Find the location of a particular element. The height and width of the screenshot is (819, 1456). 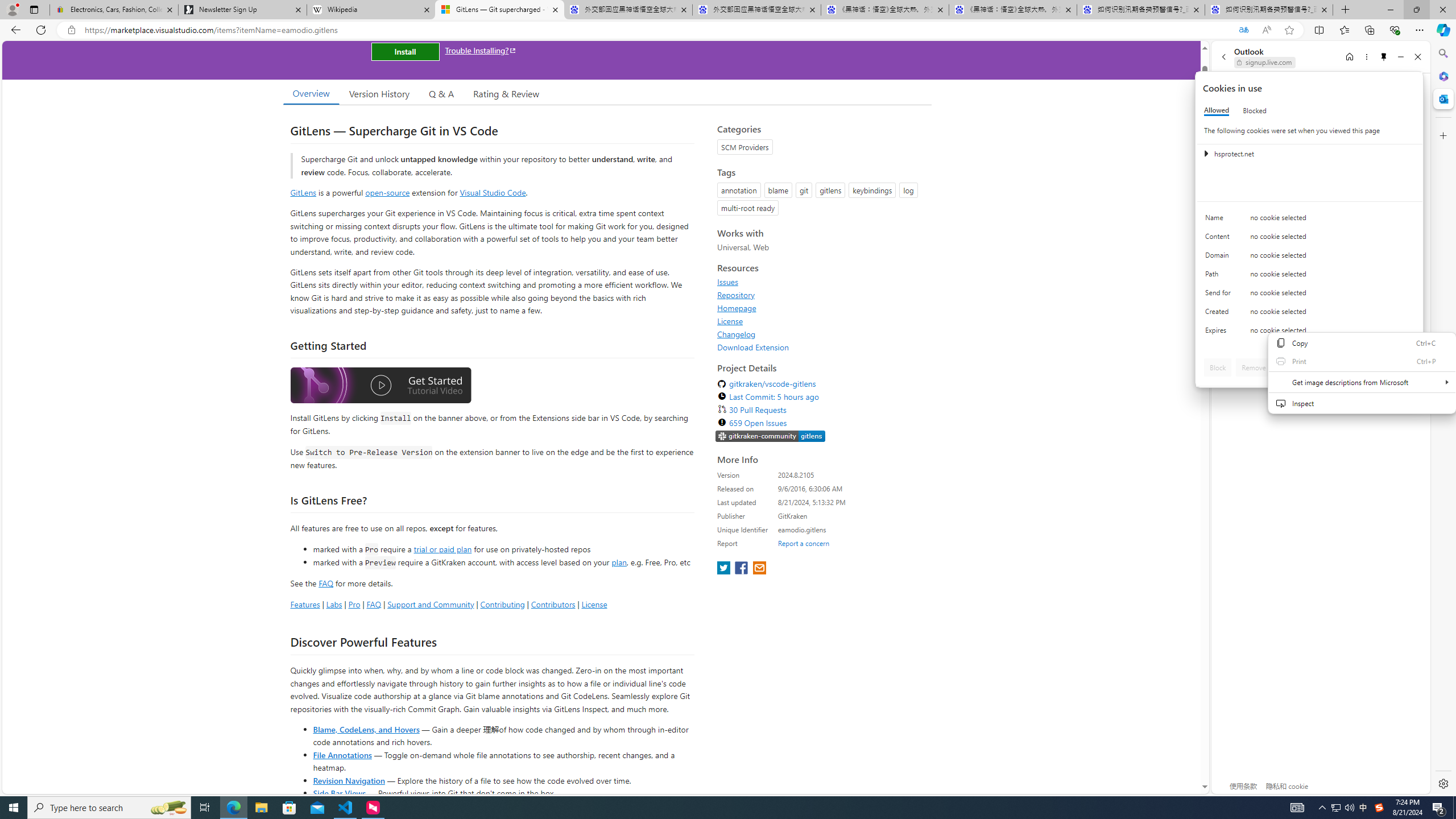

'Web context' is located at coordinates (1361, 379).